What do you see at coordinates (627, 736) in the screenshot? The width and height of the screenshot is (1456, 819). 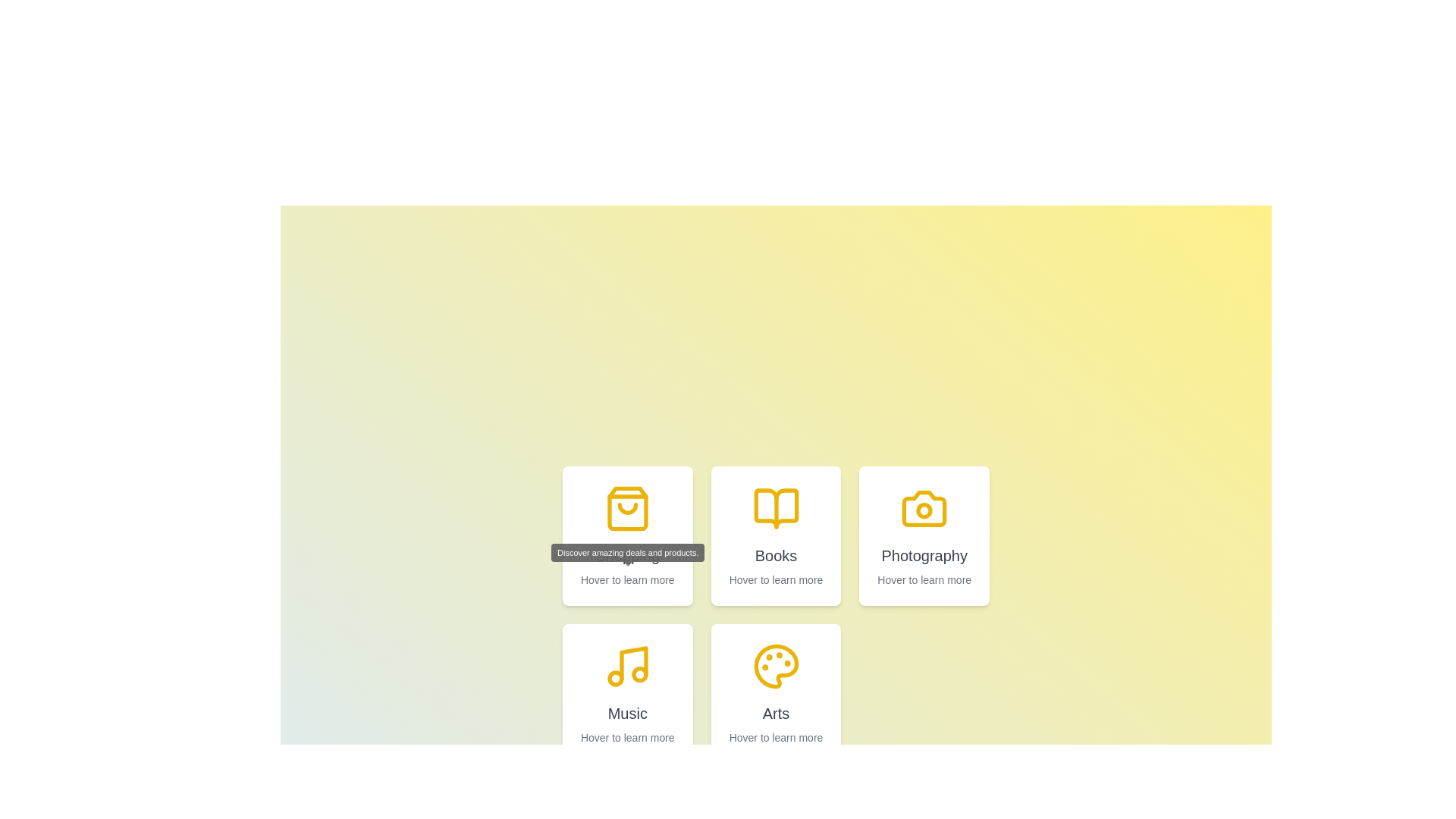 I see `the text label that displays 'Hover to learn more' located at the bottom of the 'Music' card` at bounding box center [627, 736].